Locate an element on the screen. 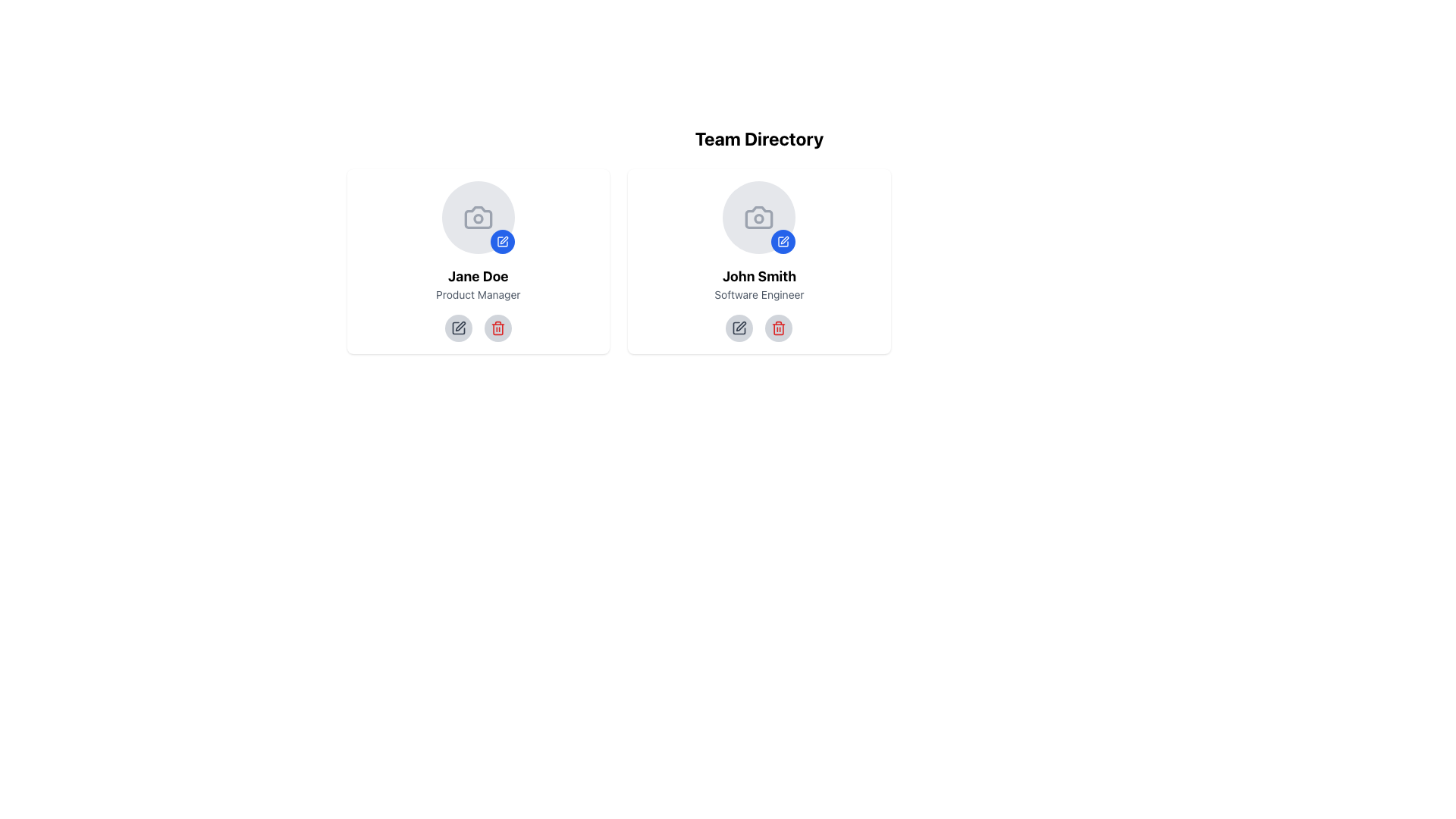  the camera icon visually representing the profile photo functionality in the second user profile card under the name 'John Smith' is located at coordinates (759, 217).